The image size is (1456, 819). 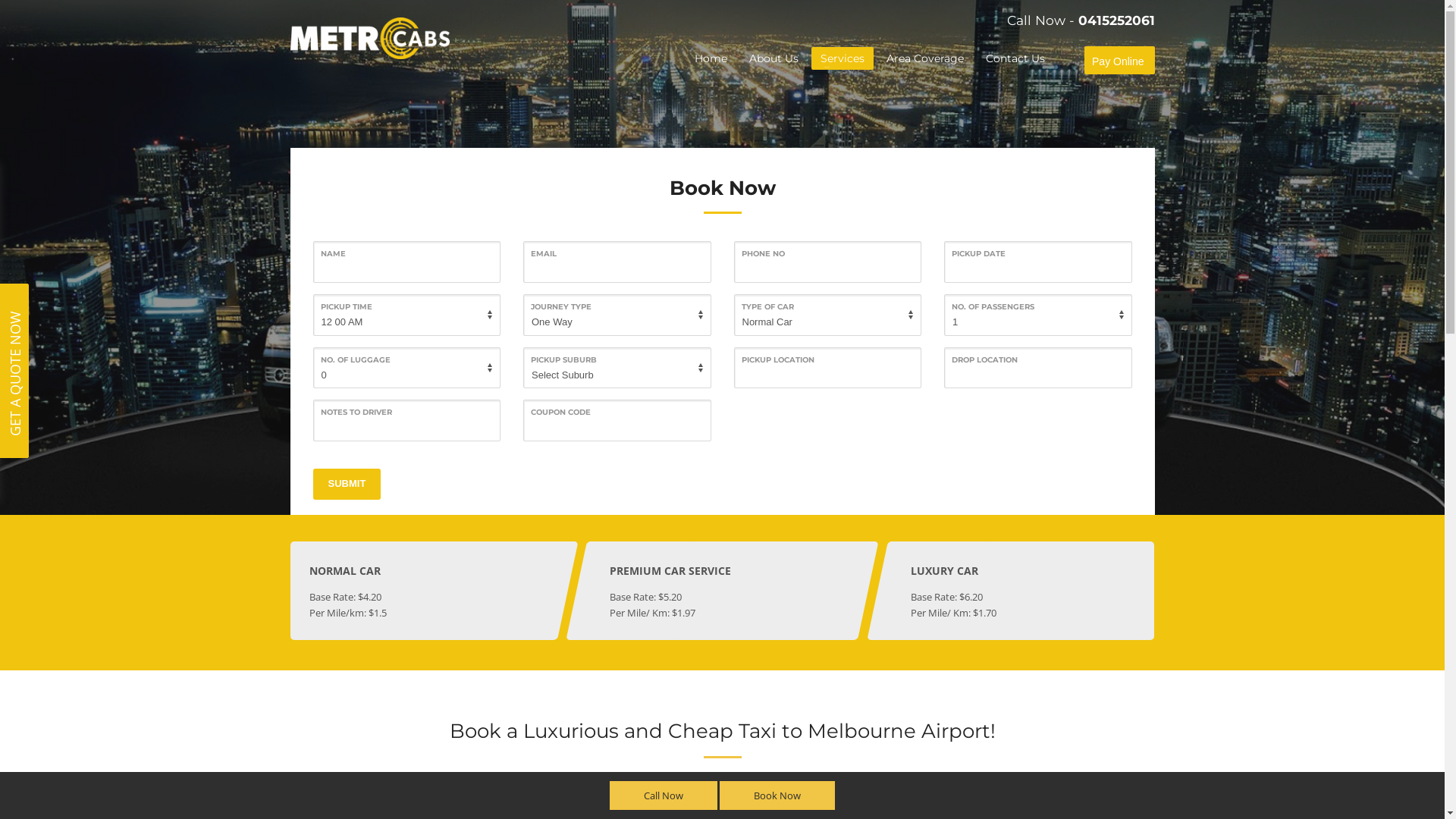 What do you see at coordinates (777, 795) in the screenshot?
I see `'Book Now'` at bounding box center [777, 795].